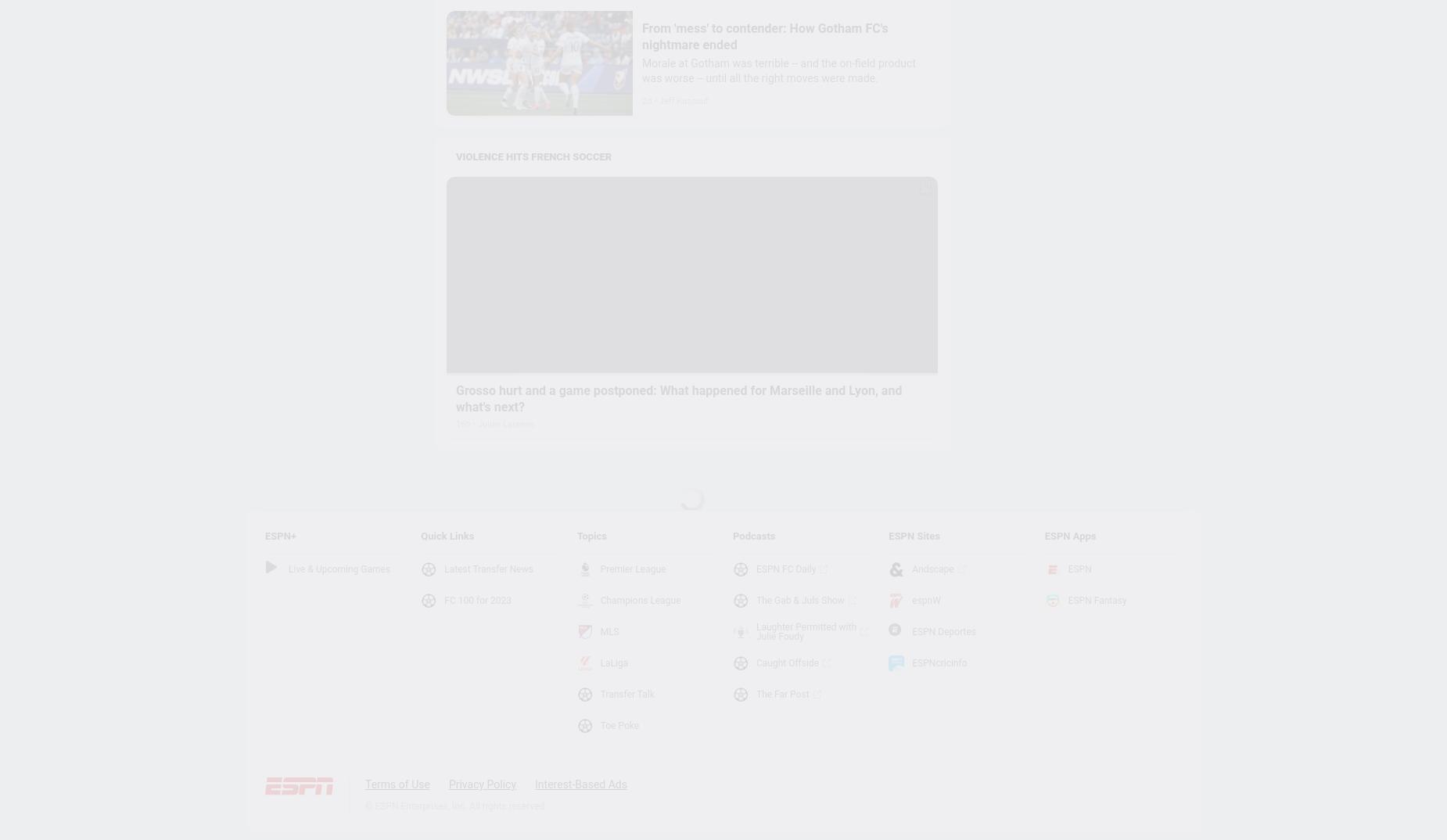 This screenshot has height=840, width=1447. What do you see at coordinates (565, 156) in the screenshot?
I see `'VIOLENCE HITS FRENCH SOCCER'` at bounding box center [565, 156].